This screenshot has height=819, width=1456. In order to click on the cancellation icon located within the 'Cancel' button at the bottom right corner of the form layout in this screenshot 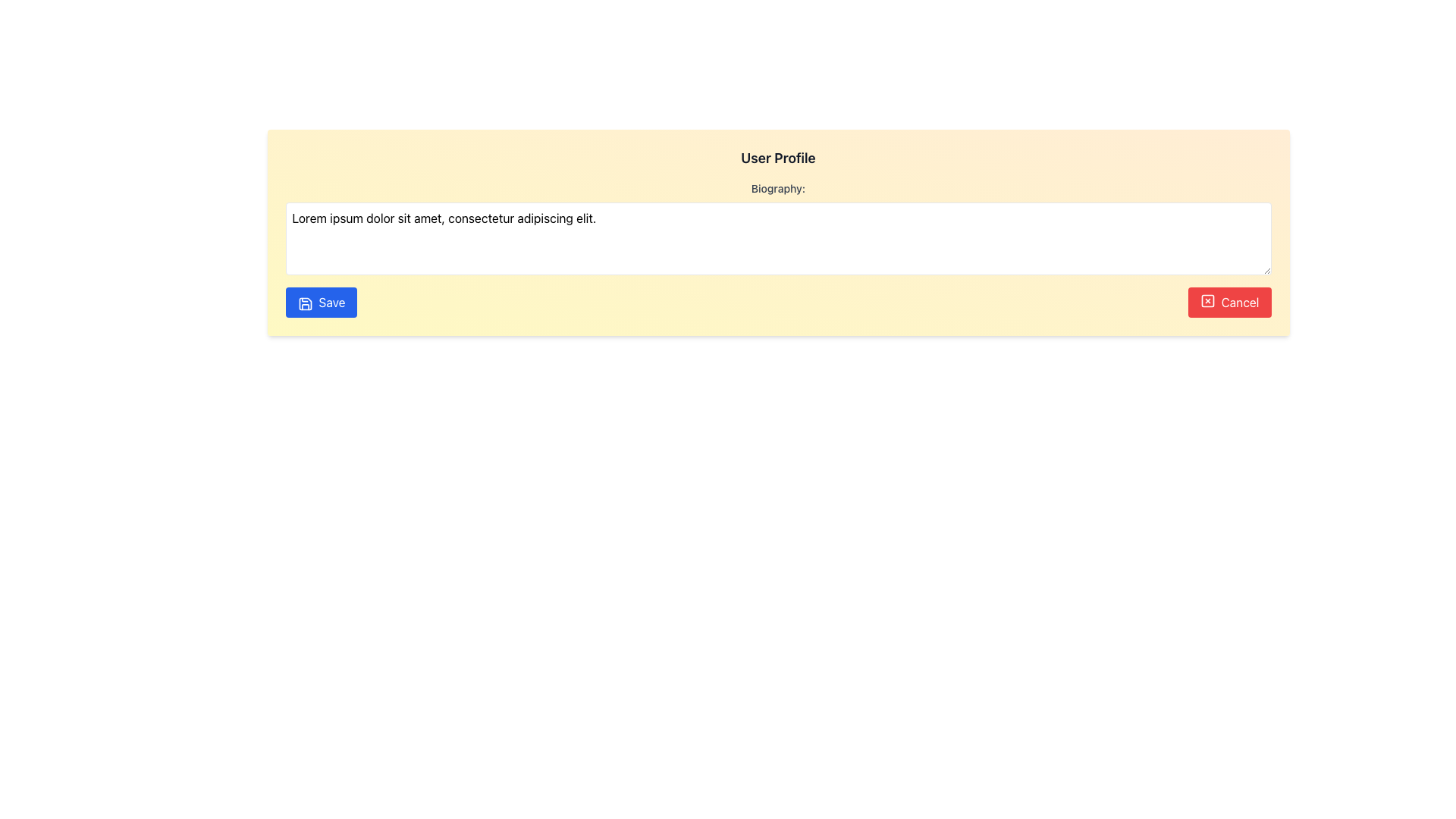, I will do `click(1207, 301)`.